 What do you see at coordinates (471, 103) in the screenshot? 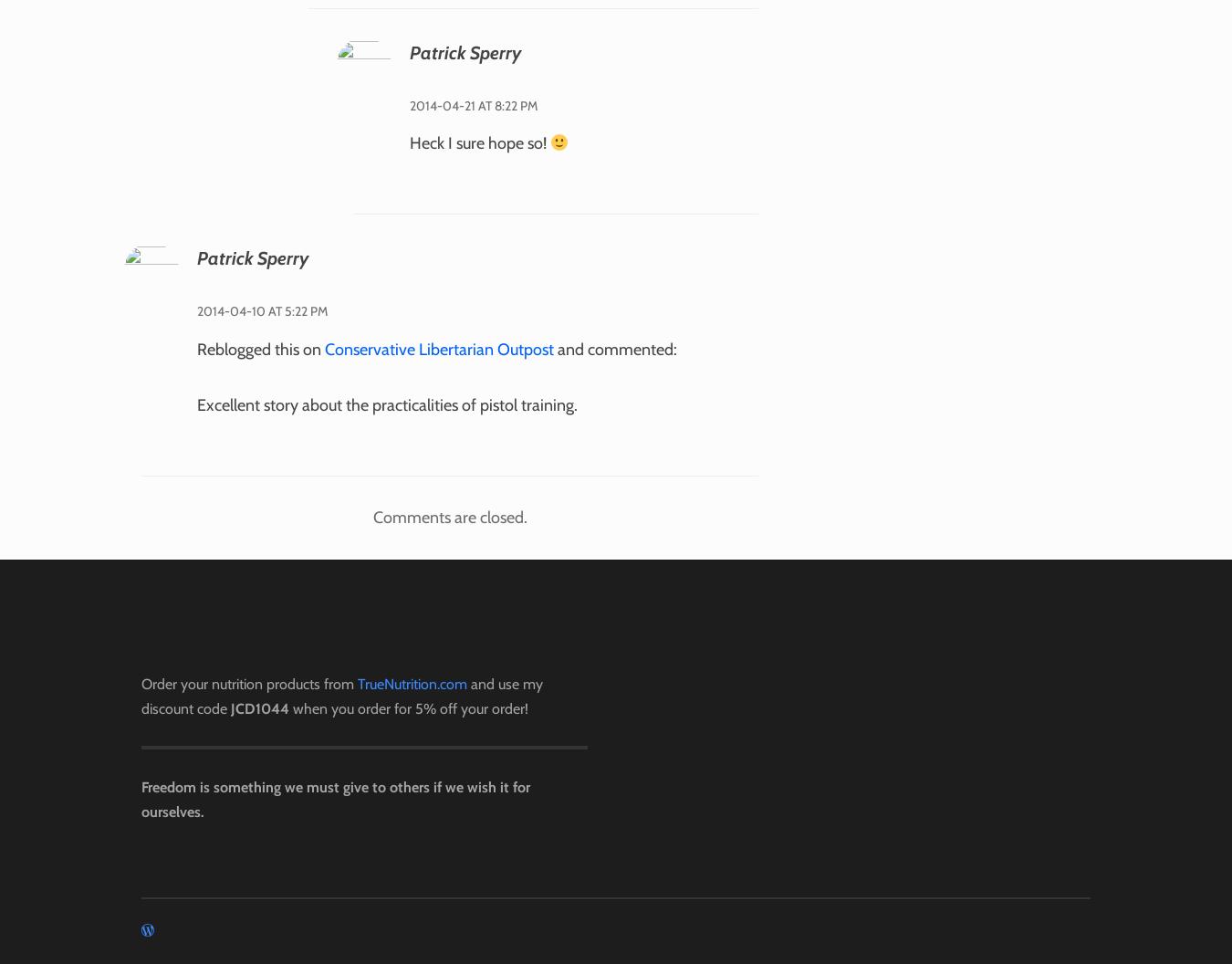
I see `'2014-04-21 at 8:22 pm'` at bounding box center [471, 103].